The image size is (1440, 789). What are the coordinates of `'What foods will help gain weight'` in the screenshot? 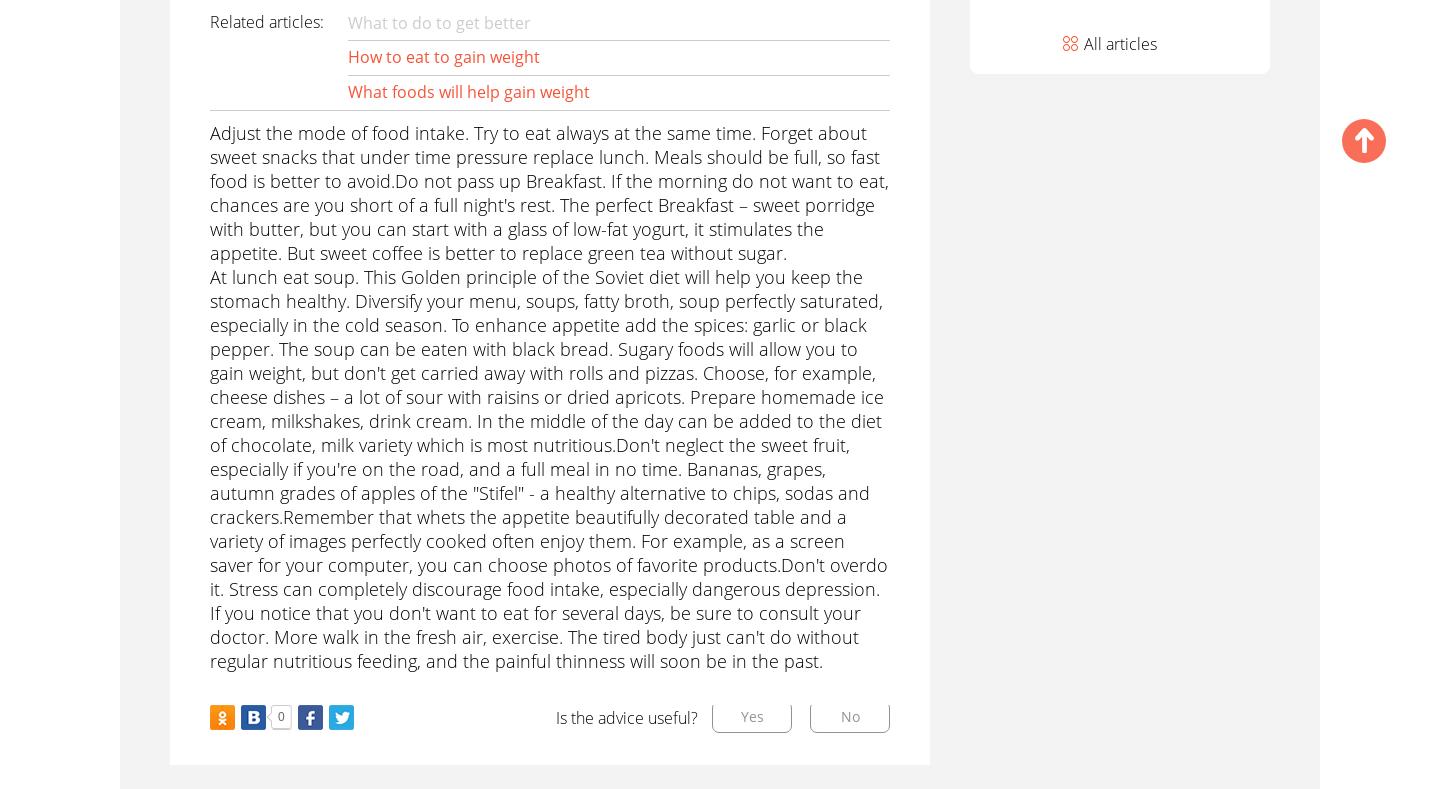 It's located at (468, 91).